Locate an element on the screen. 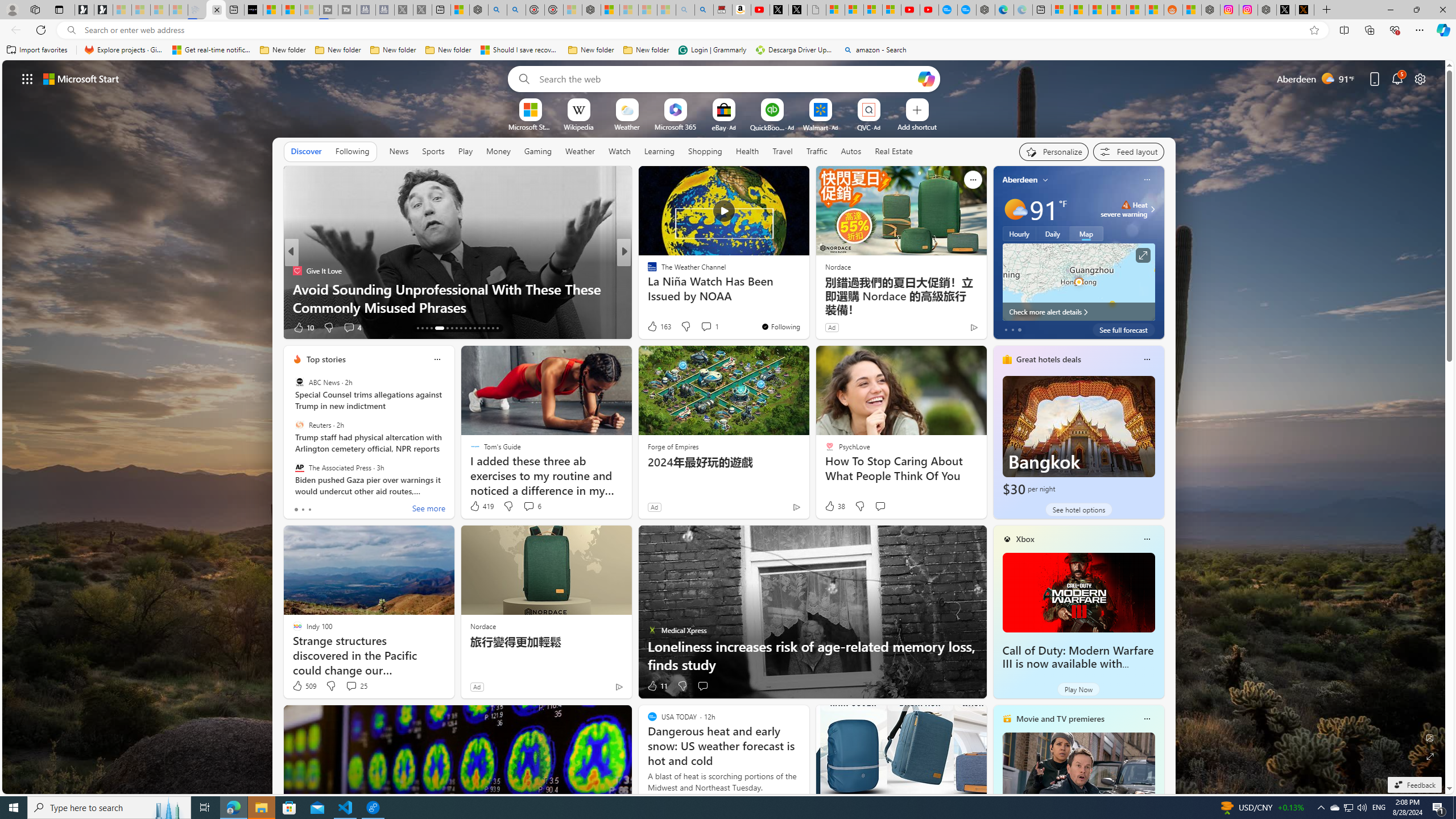  'Top stories' is located at coordinates (325, 359).